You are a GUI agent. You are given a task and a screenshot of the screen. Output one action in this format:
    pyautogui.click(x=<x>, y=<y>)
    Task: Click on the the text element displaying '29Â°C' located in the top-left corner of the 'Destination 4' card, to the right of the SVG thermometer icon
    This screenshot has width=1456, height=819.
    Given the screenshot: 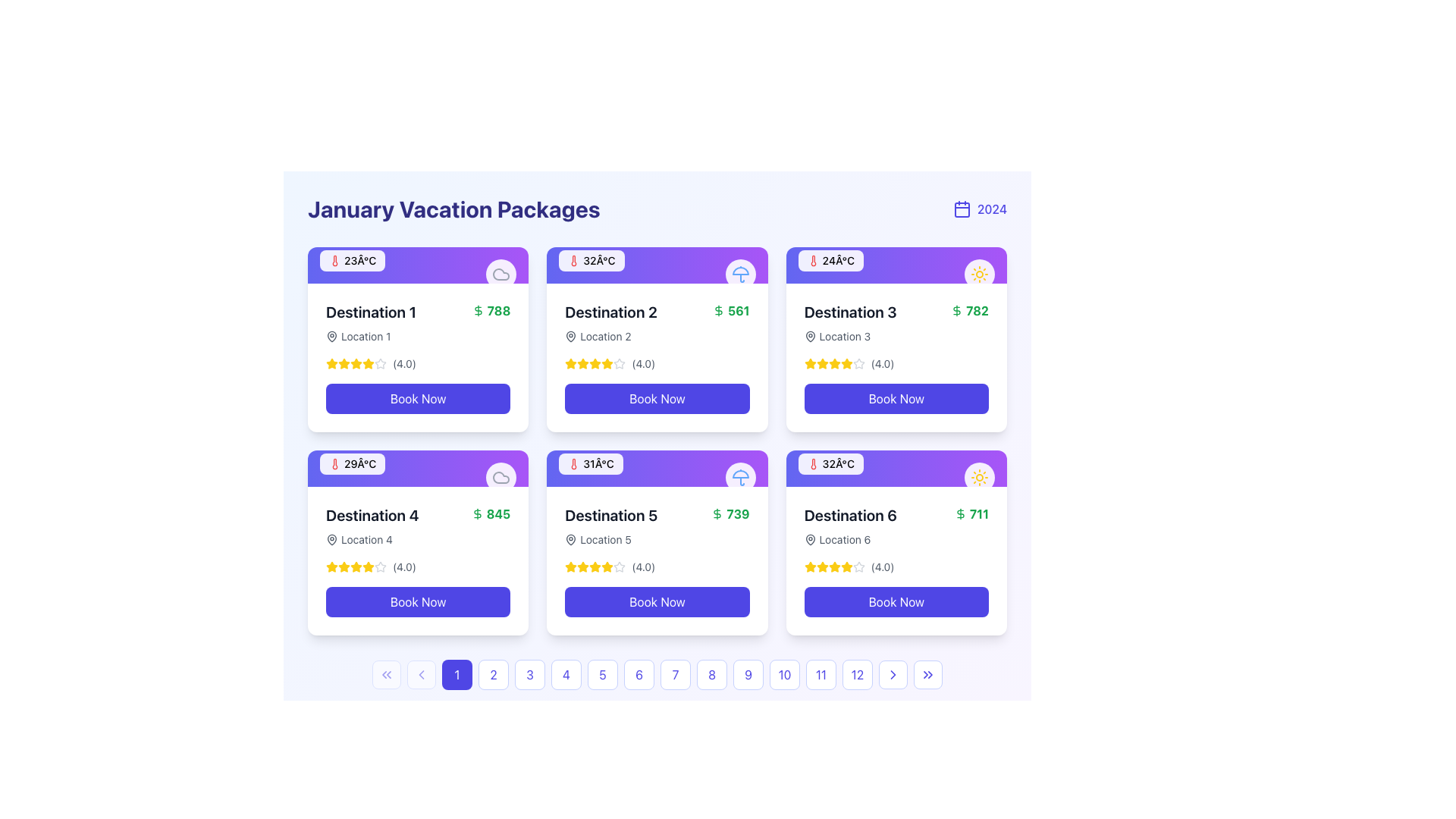 What is the action you would take?
    pyautogui.click(x=359, y=463)
    